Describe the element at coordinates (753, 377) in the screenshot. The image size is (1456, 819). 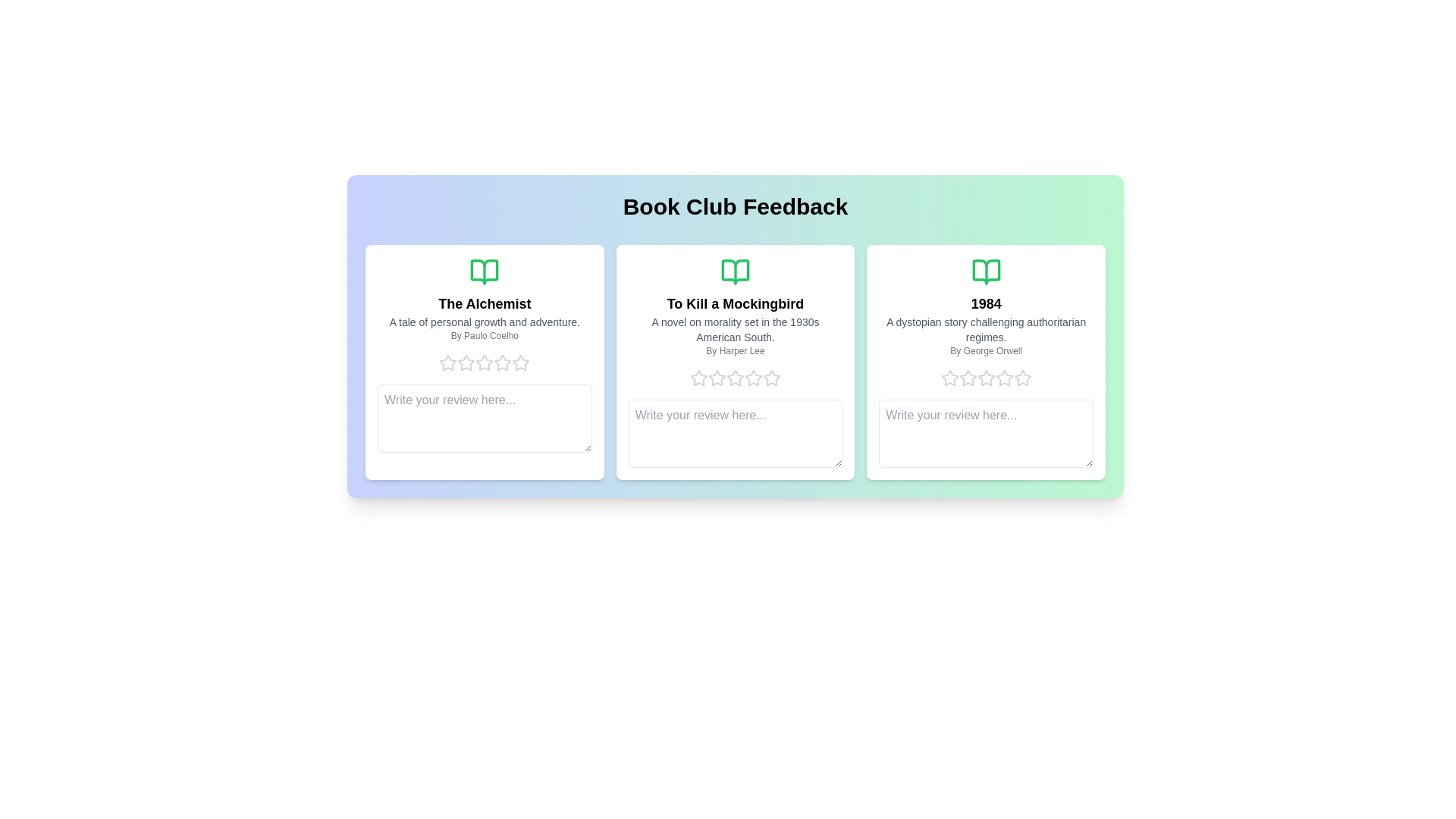
I see `the central star in the five-star rating system under 'To Kill a Mockingbird' in the 'Book Club Feedback' section` at that location.